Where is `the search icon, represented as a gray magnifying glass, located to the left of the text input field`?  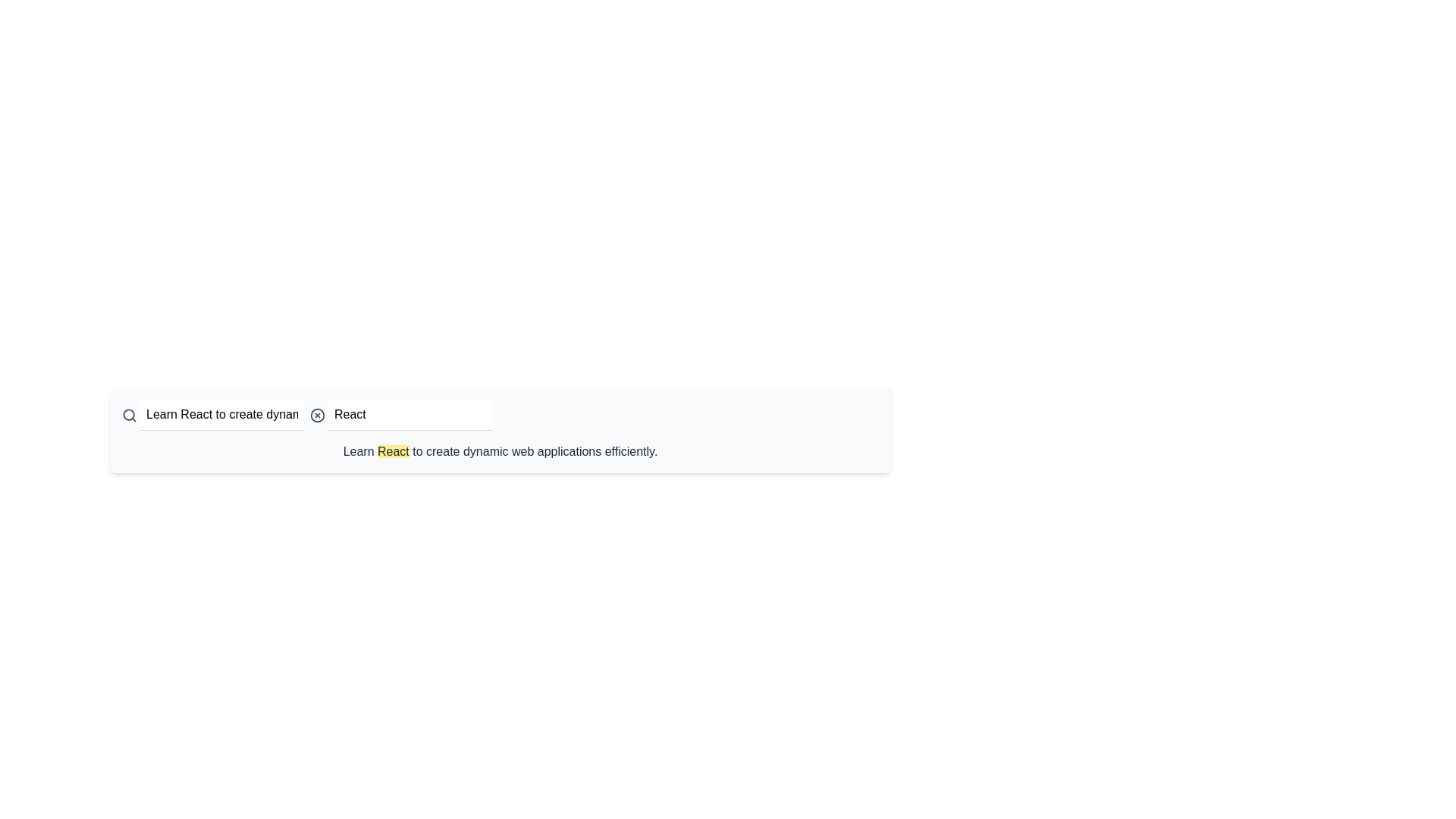 the search icon, represented as a gray magnifying glass, located to the left of the text input field is located at coordinates (130, 415).